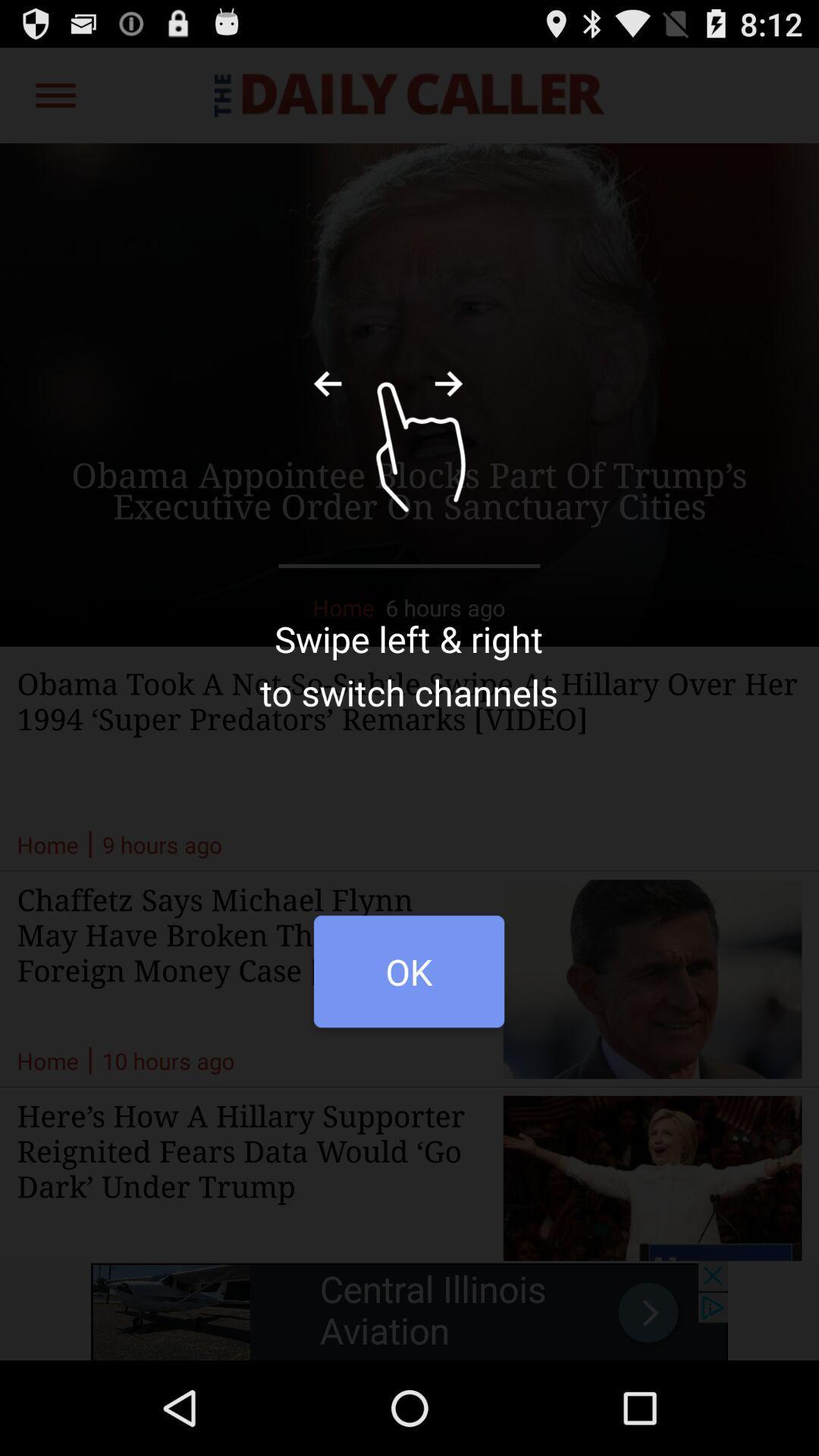 The image size is (819, 1456). What do you see at coordinates (408, 979) in the screenshot?
I see `the ok icon` at bounding box center [408, 979].